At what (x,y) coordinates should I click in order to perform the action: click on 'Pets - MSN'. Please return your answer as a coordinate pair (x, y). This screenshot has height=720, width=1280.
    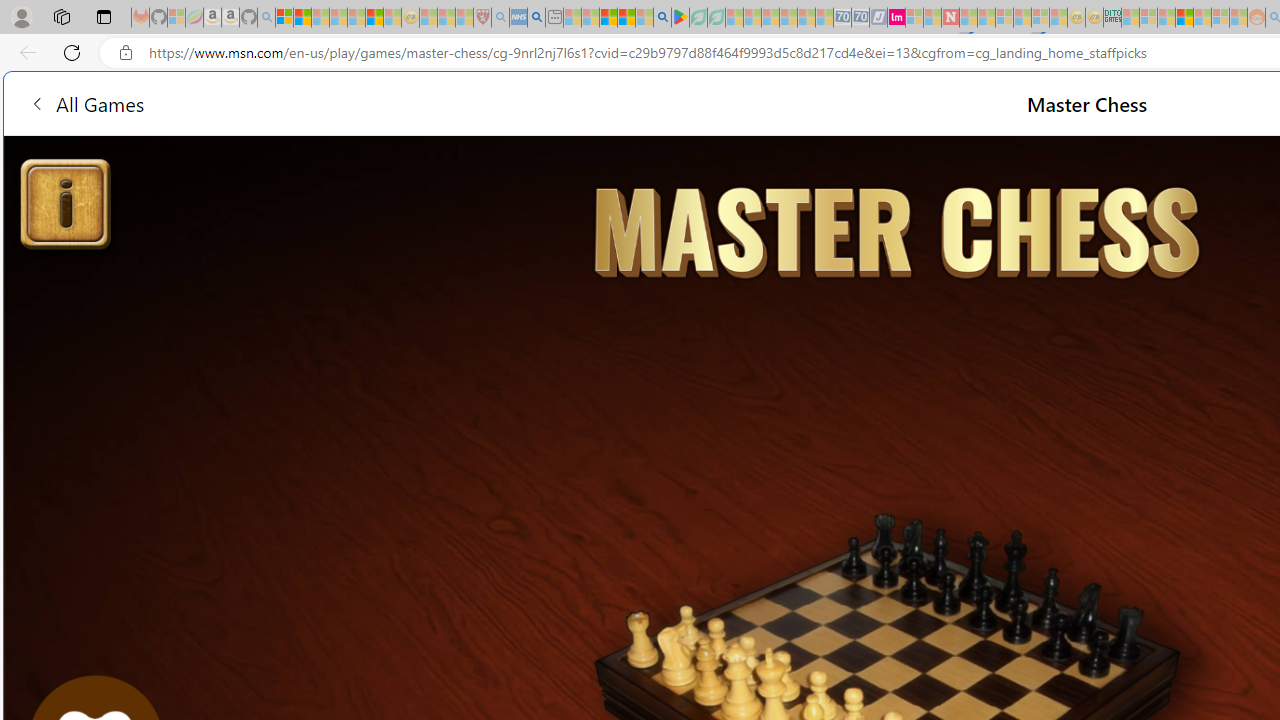
    Looking at the image, I should click on (625, 17).